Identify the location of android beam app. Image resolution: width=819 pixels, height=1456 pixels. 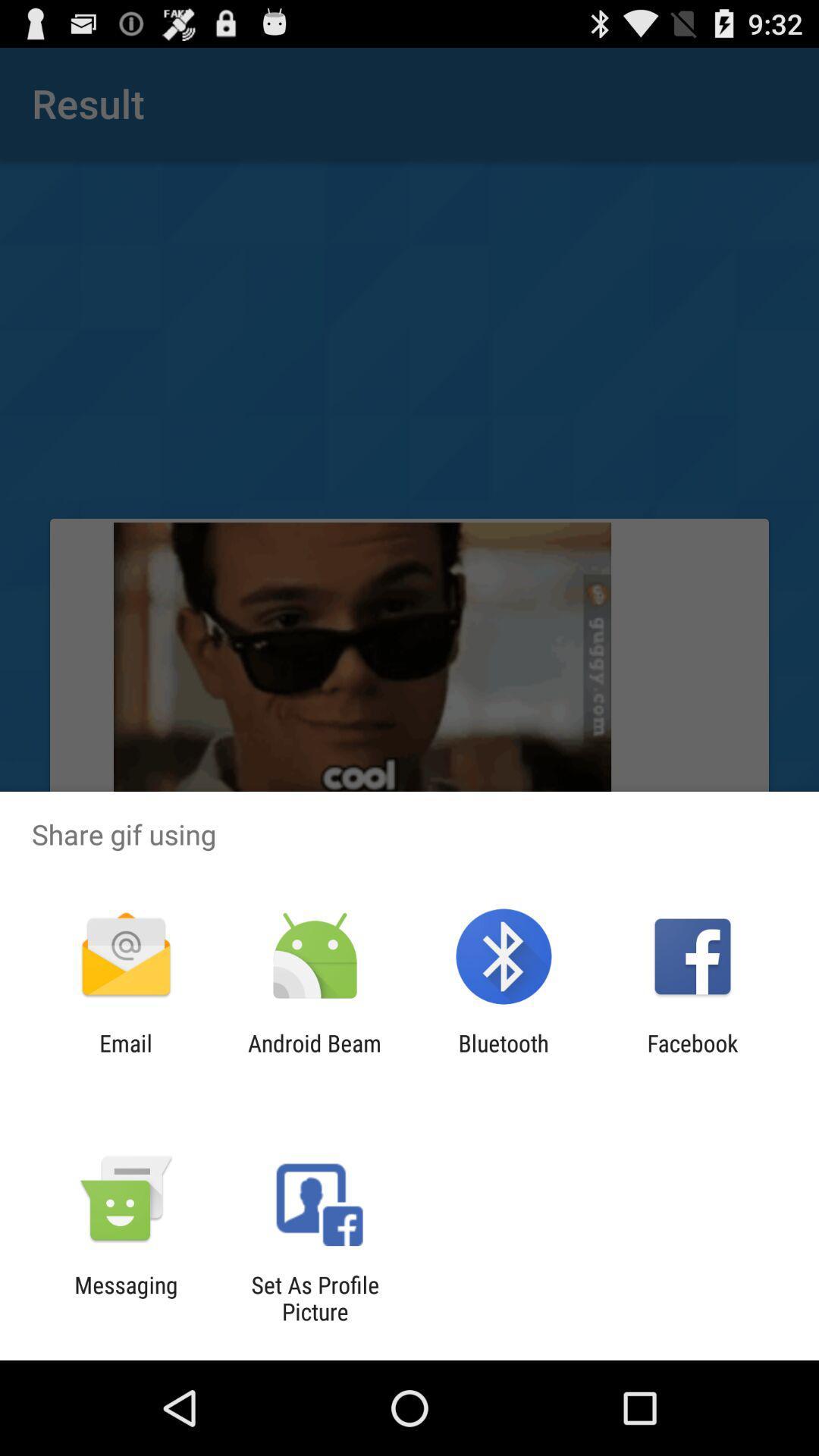
(314, 1056).